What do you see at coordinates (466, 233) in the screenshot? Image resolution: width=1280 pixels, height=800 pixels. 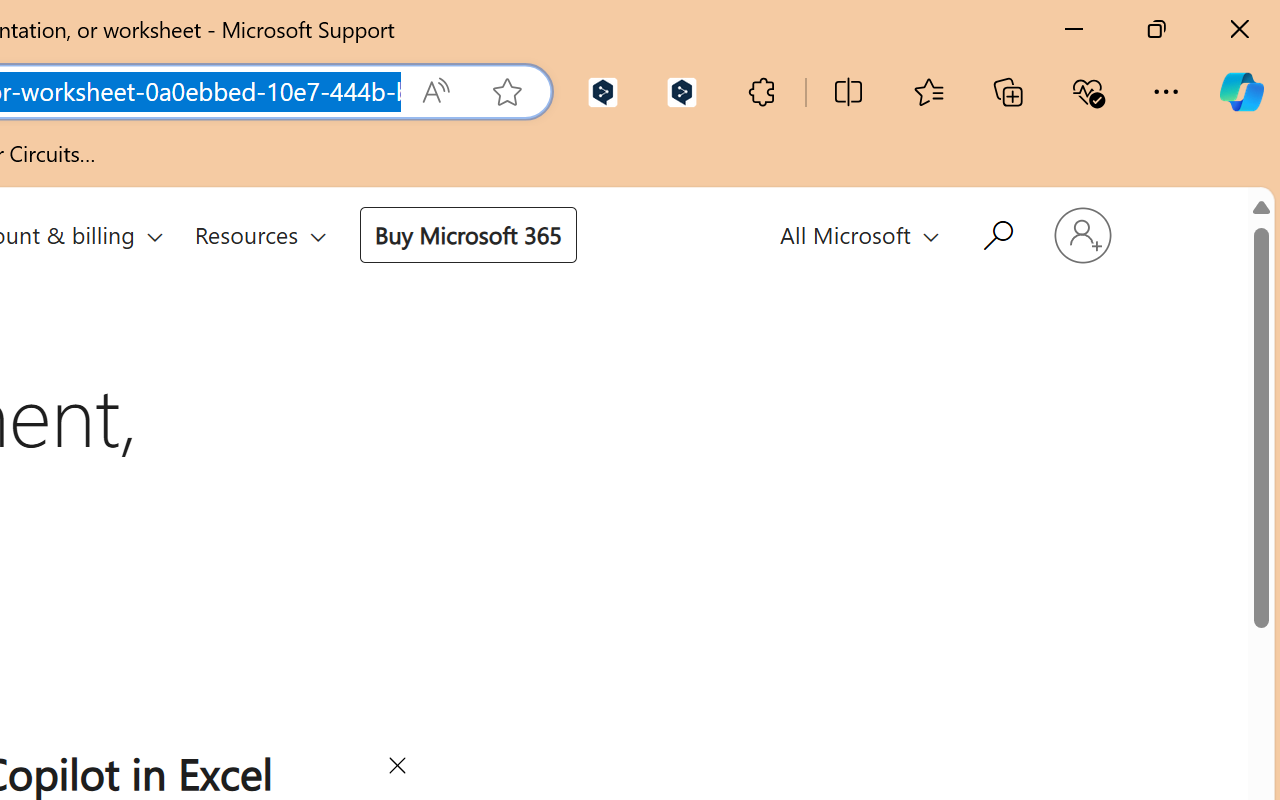 I see `'Buy Microsoft 365'` at bounding box center [466, 233].